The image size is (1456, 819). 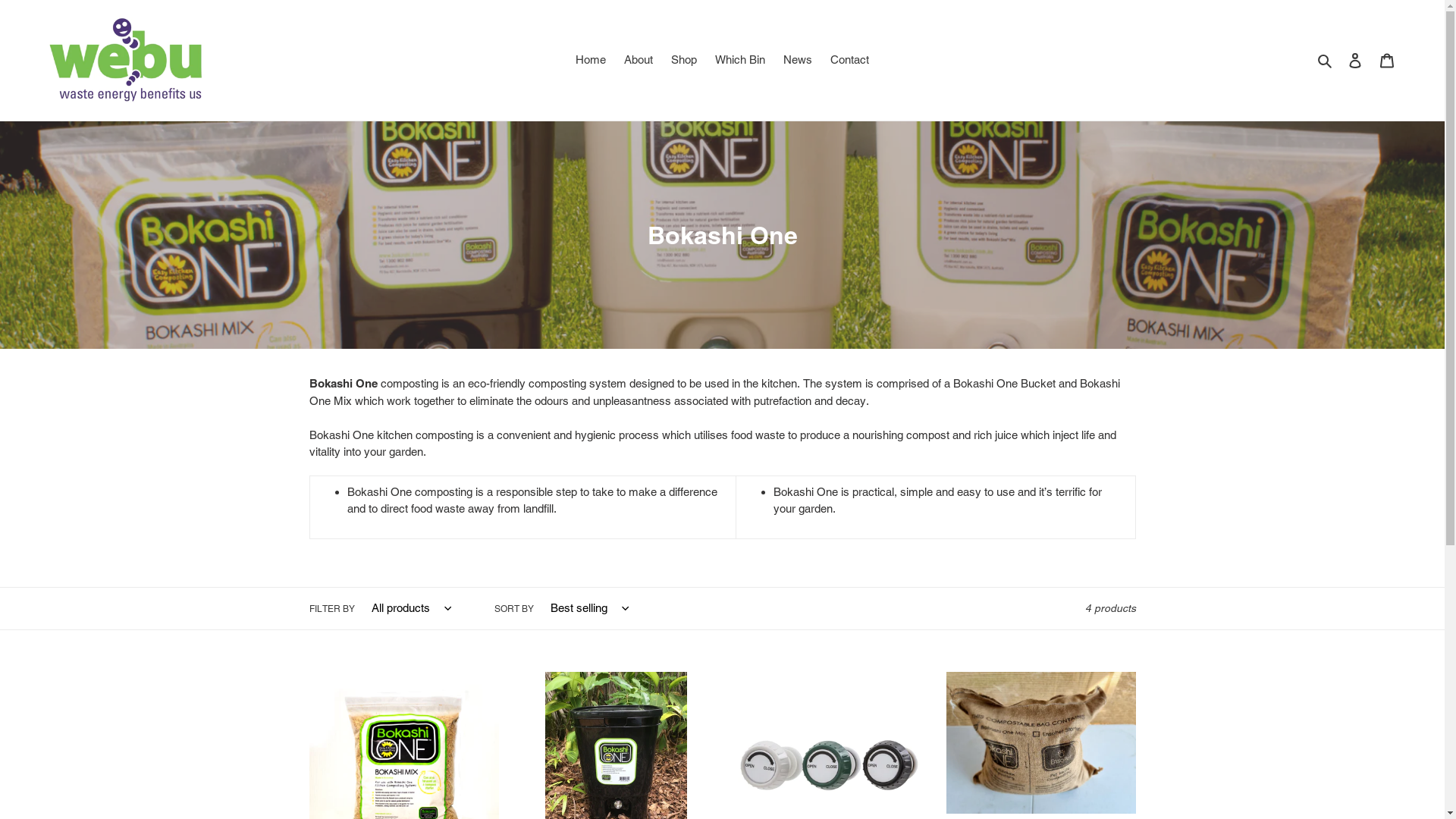 What do you see at coordinates (638, 59) in the screenshot?
I see `'About'` at bounding box center [638, 59].